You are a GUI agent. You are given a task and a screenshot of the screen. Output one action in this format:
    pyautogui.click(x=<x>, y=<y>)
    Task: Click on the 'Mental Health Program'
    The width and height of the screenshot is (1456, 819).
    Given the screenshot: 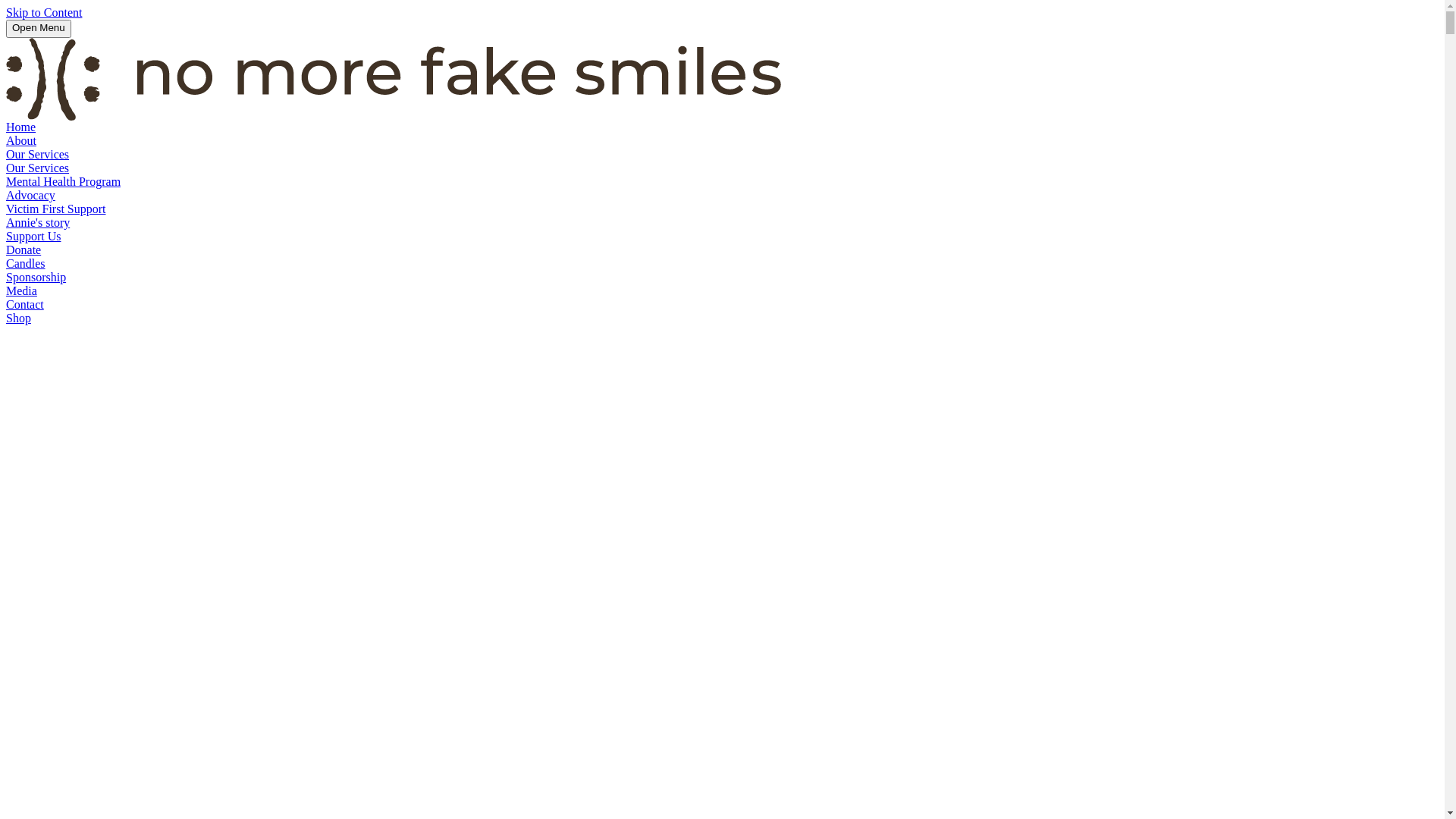 What is the action you would take?
    pyautogui.click(x=62, y=180)
    